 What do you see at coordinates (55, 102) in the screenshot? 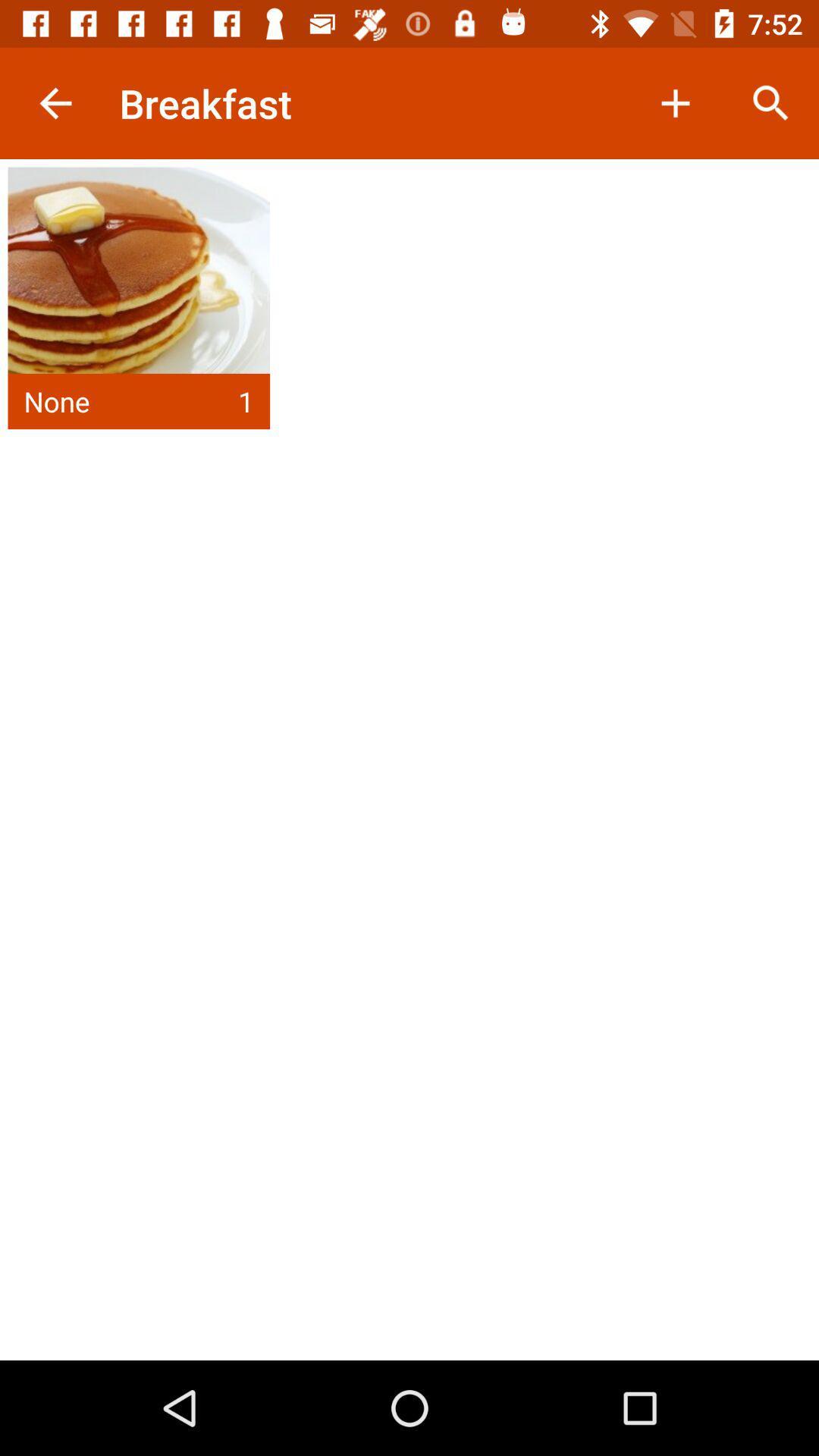
I see `item to the left of breakfast icon` at bounding box center [55, 102].